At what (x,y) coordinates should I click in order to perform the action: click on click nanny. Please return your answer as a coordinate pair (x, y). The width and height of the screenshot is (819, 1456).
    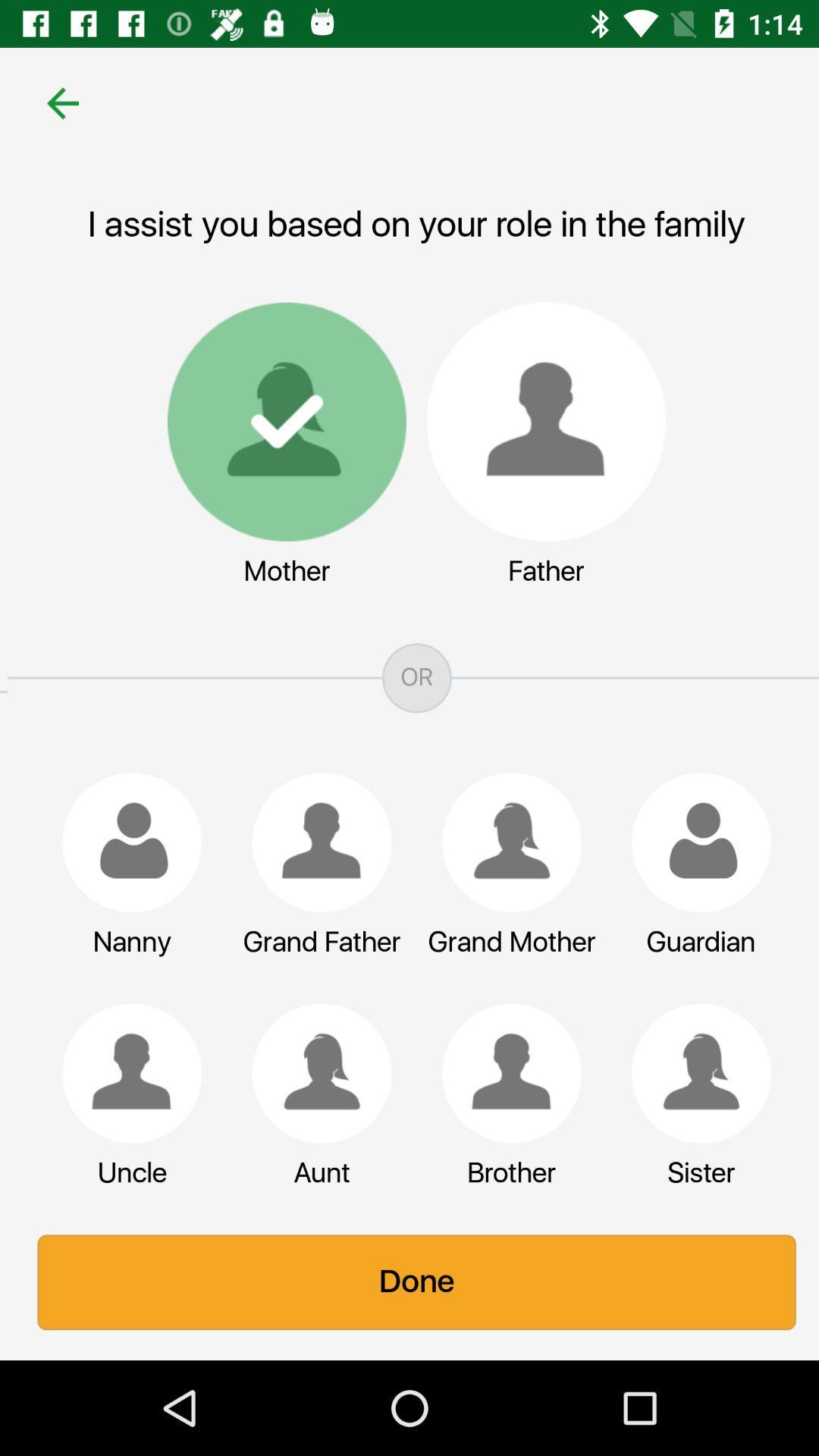
    Looking at the image, I should click on (124, 842).